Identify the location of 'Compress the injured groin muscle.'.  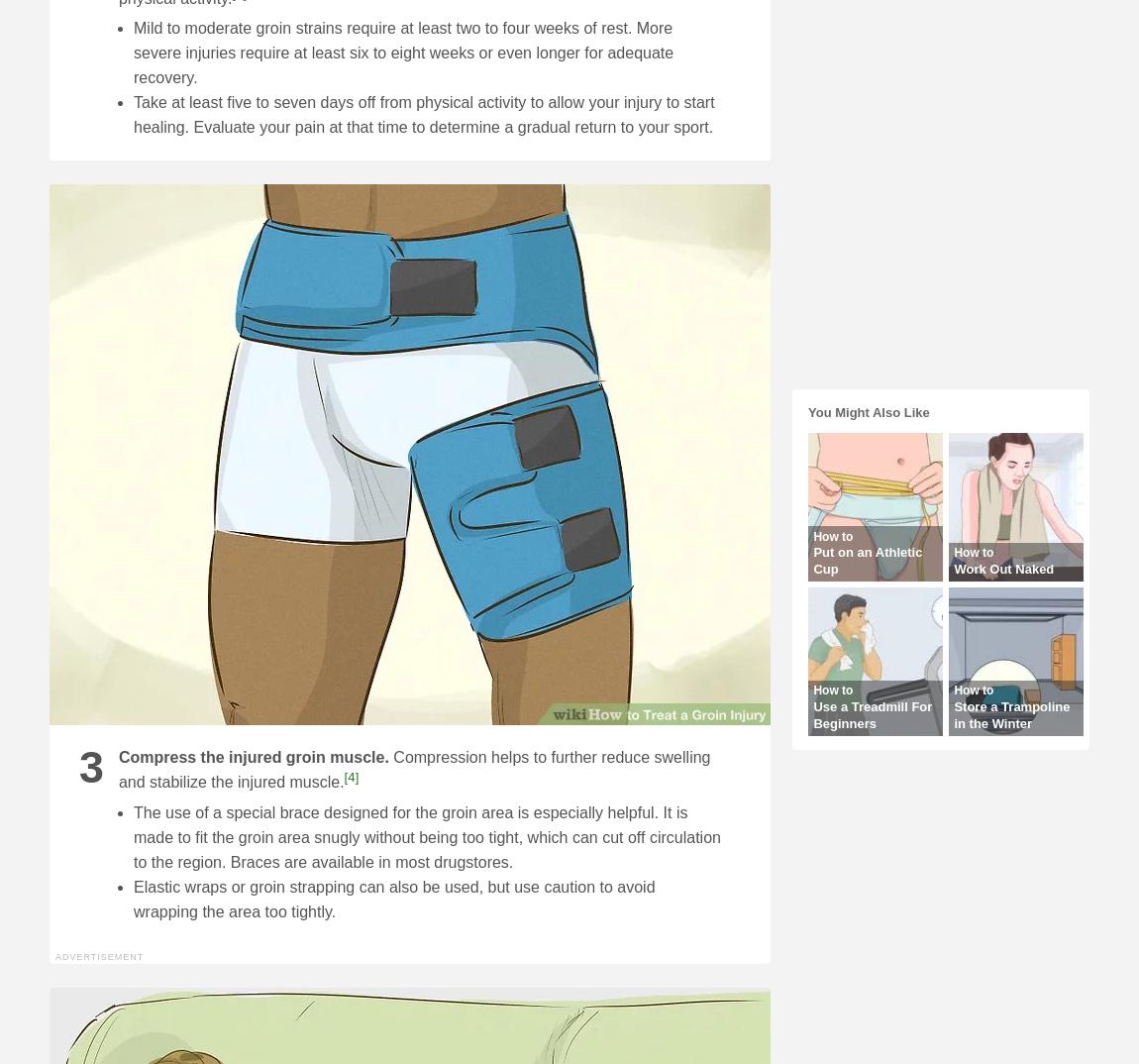
(252, 756).